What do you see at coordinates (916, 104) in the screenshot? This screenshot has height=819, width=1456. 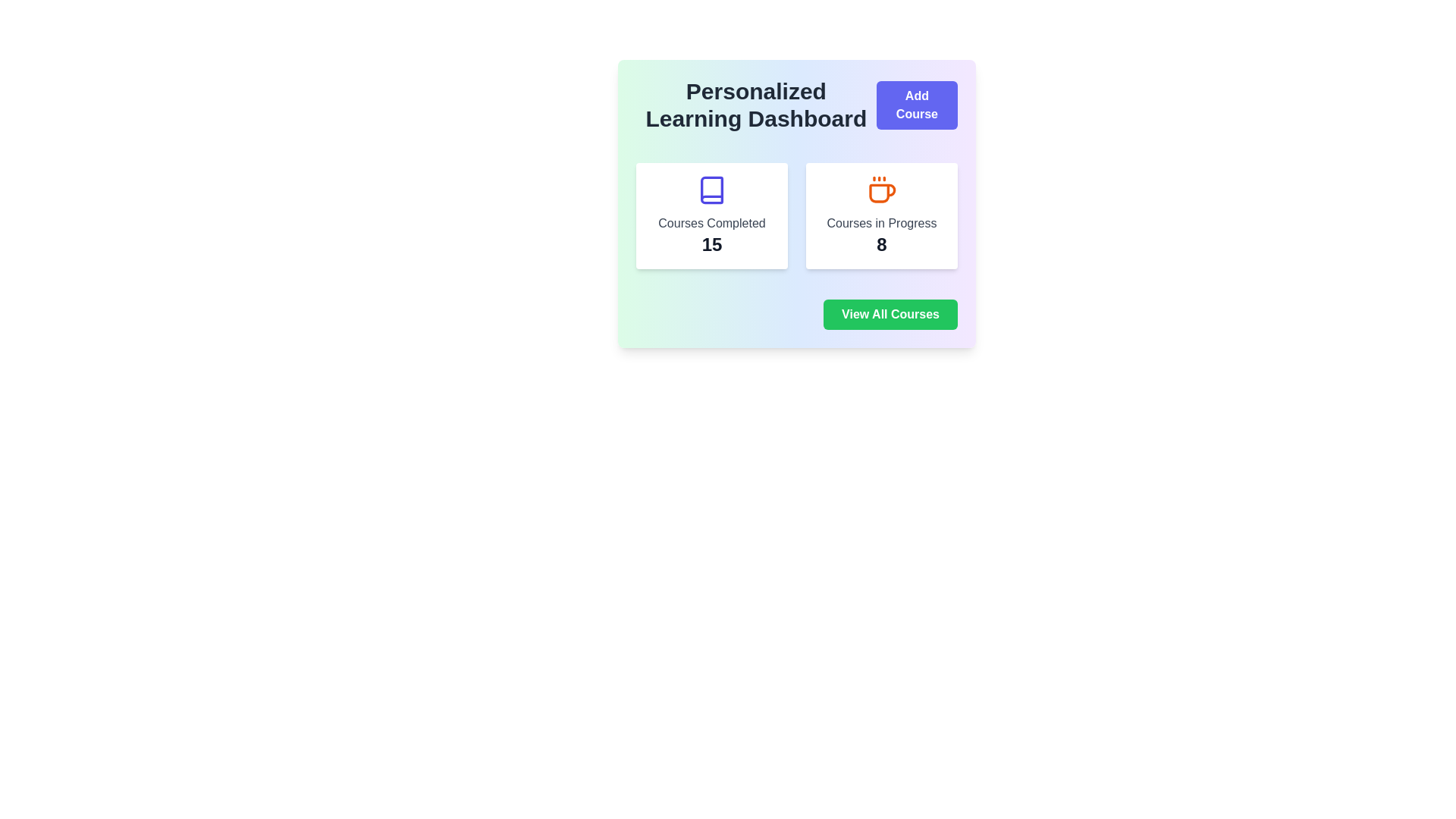 I see `the 'Add New Course' button located in the upper-right corner of the 'Personalized Learning Dashboard' to observe its hover effect` at bounding box center [916, 104].